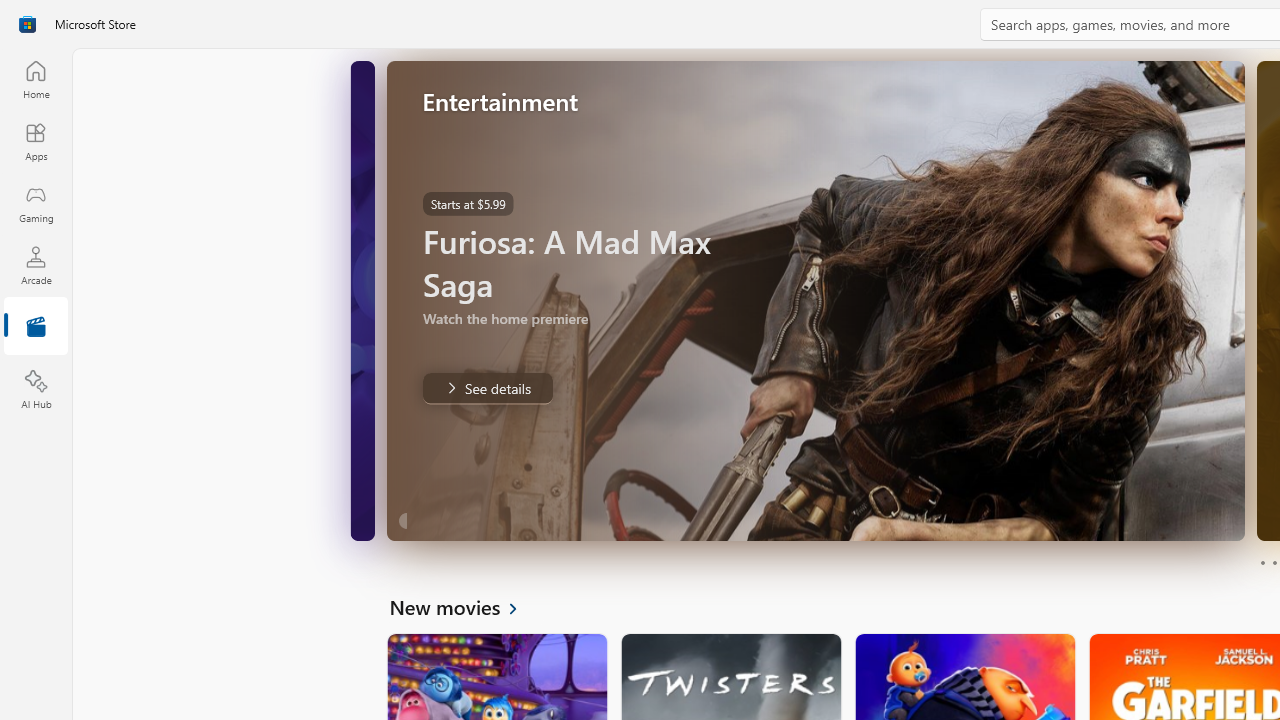 The image size is (1280, 720). I want to click on 'AI Hub', so click(35, 390).